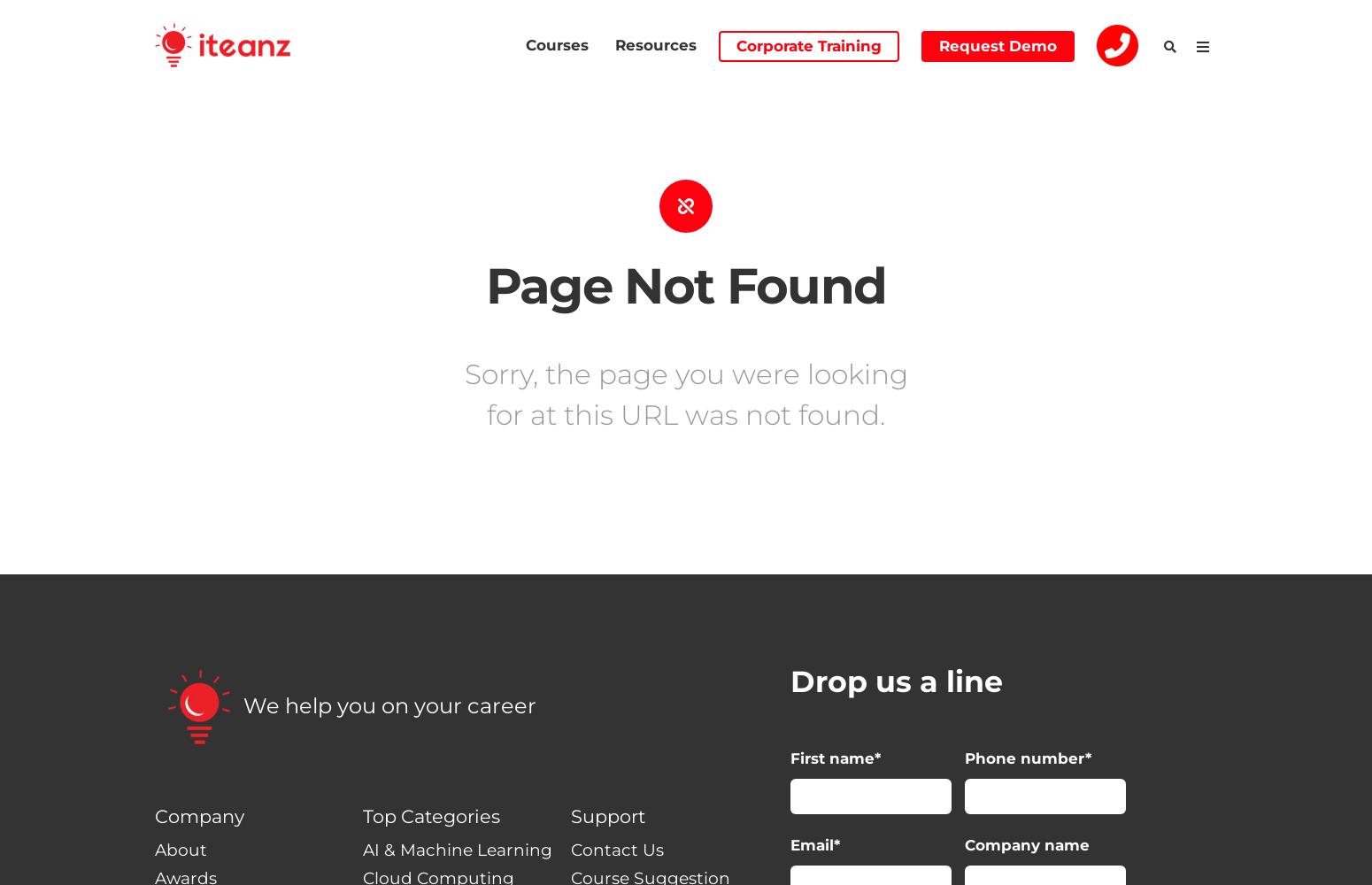 This screenshot has height=885, width=1372. I want to click on 'About', so click(180, 849).